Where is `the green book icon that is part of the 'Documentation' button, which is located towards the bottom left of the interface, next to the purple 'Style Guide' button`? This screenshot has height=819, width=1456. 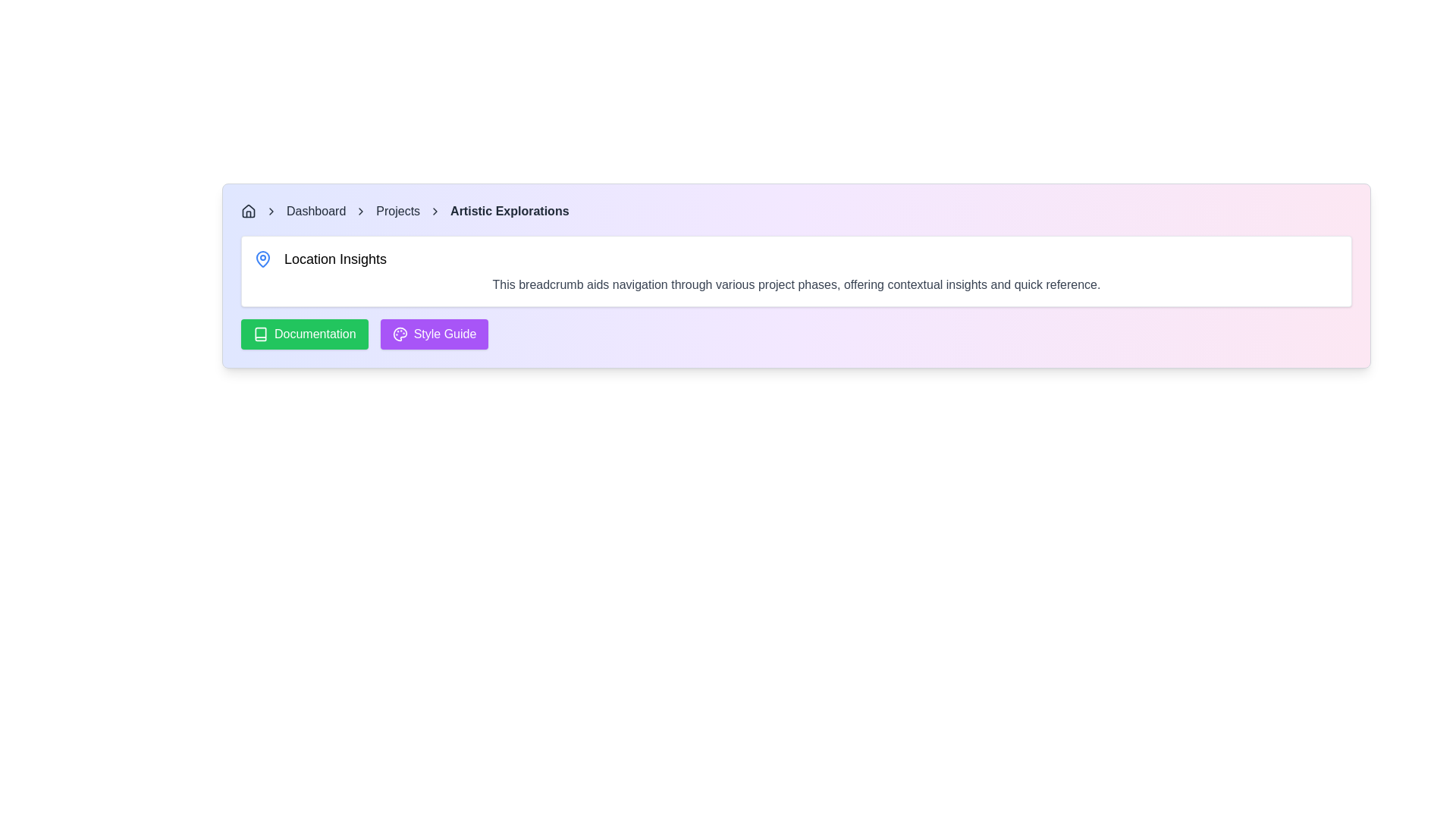
the green book icon that is part of the 'Documentation' button, which is located towards the bottom left of the interface, next to the purple 'Style Guide' button is located at coordinates (261, 333).